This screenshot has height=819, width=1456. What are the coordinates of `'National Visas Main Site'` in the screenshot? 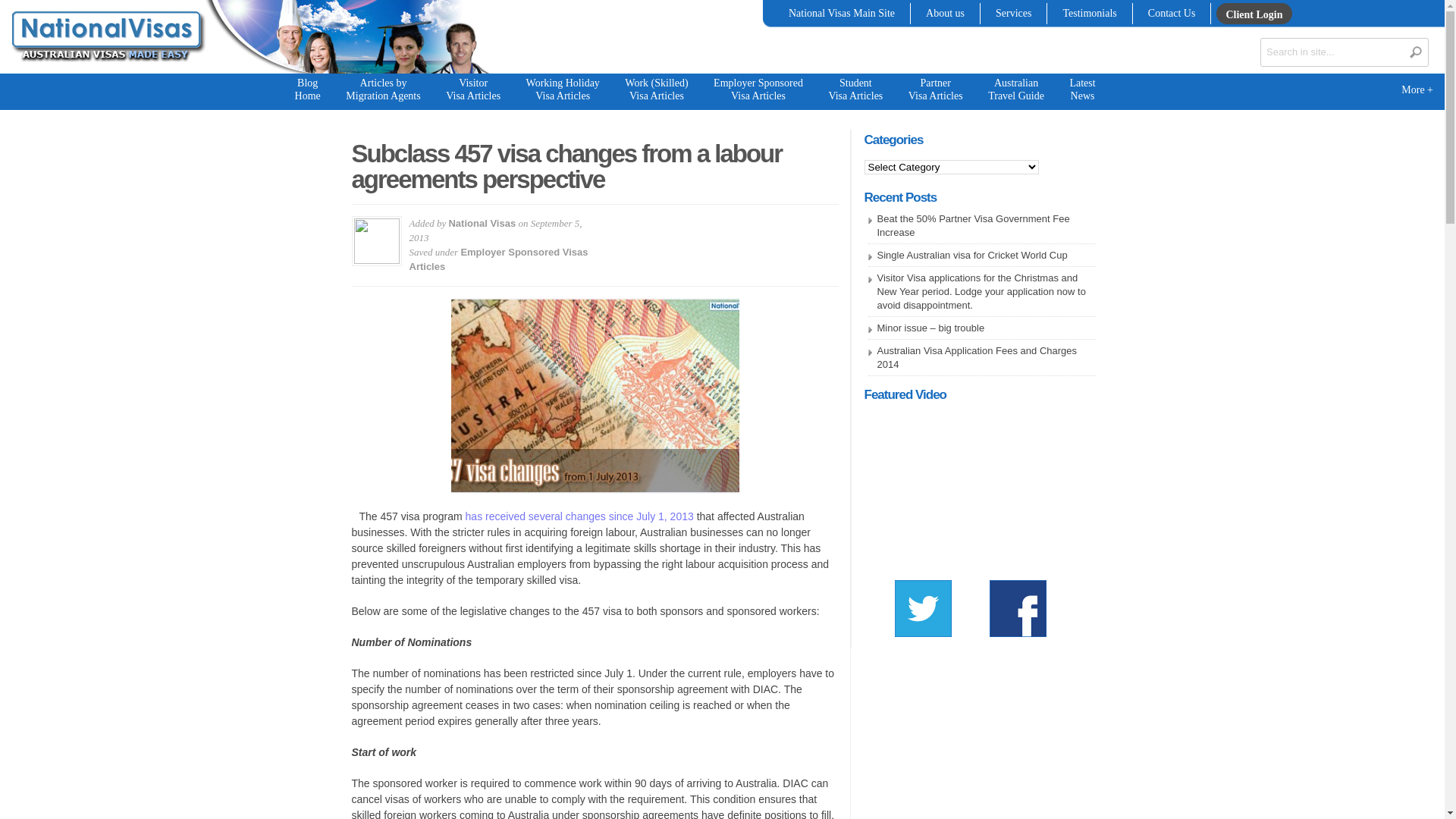 It's located at (840, 14).